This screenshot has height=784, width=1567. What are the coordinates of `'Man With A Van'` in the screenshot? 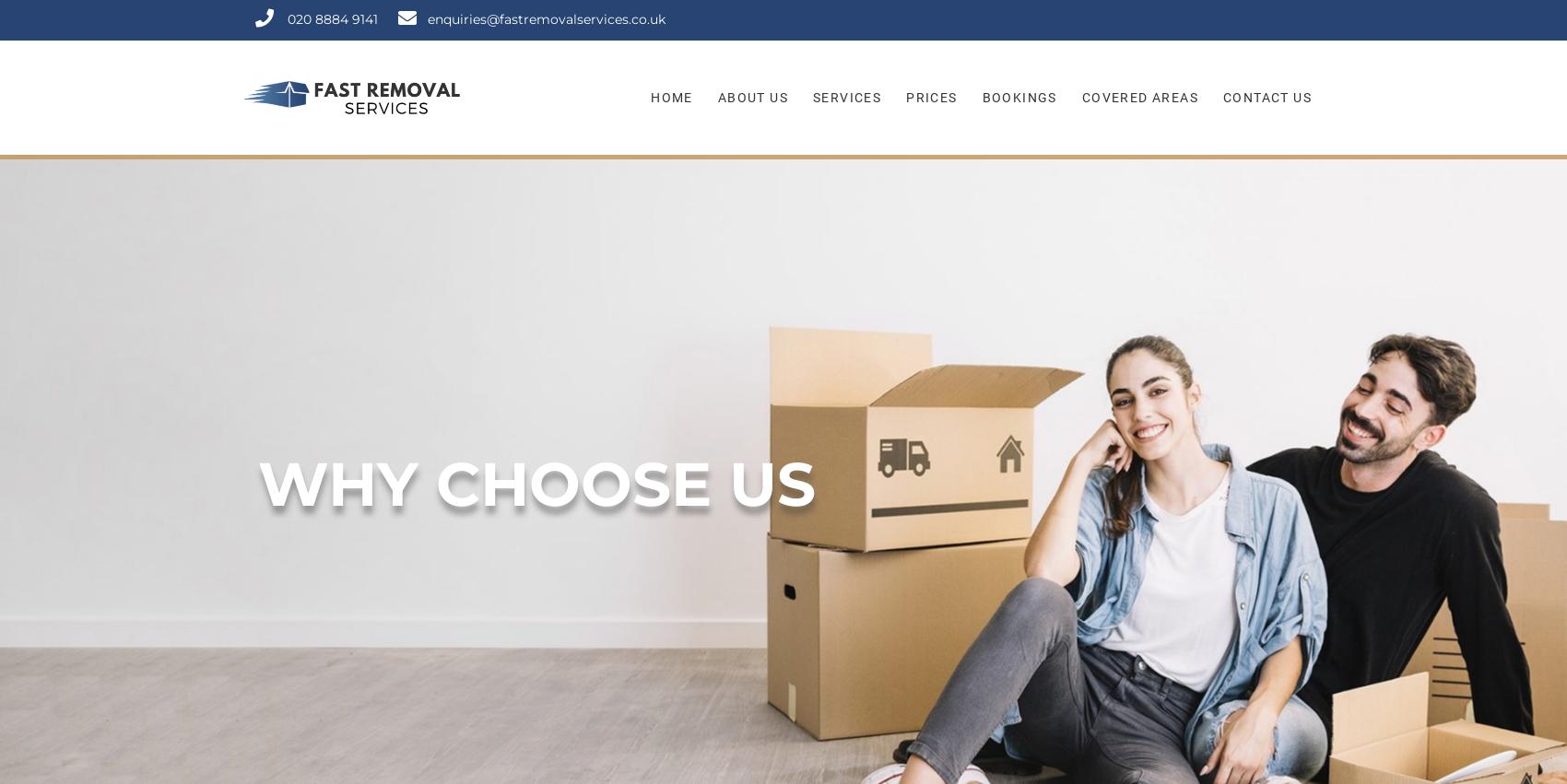 It's located at (860, 260).